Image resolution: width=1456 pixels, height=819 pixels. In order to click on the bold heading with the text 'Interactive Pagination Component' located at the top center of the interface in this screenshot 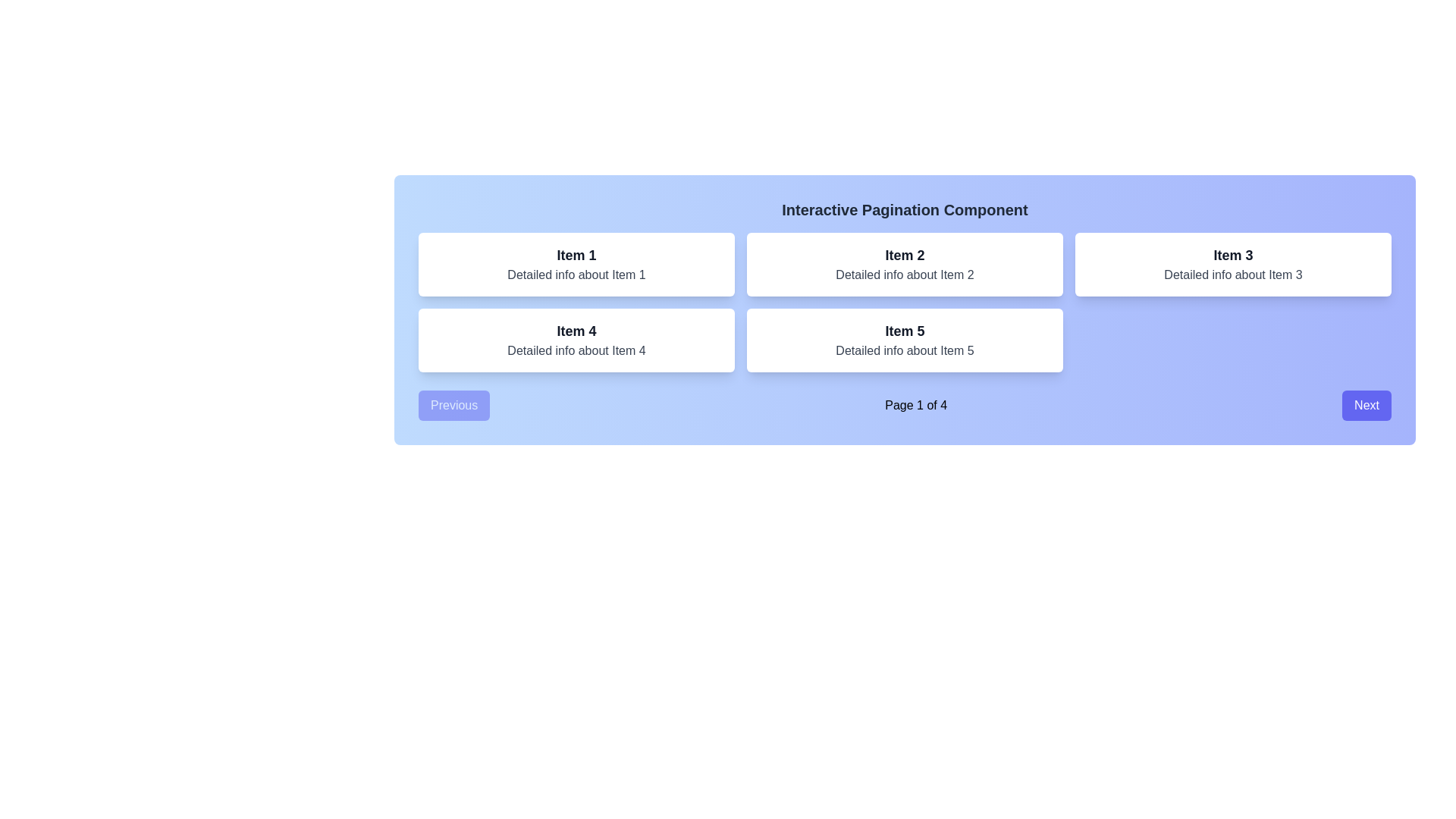, I will do `click(905, 210)`.